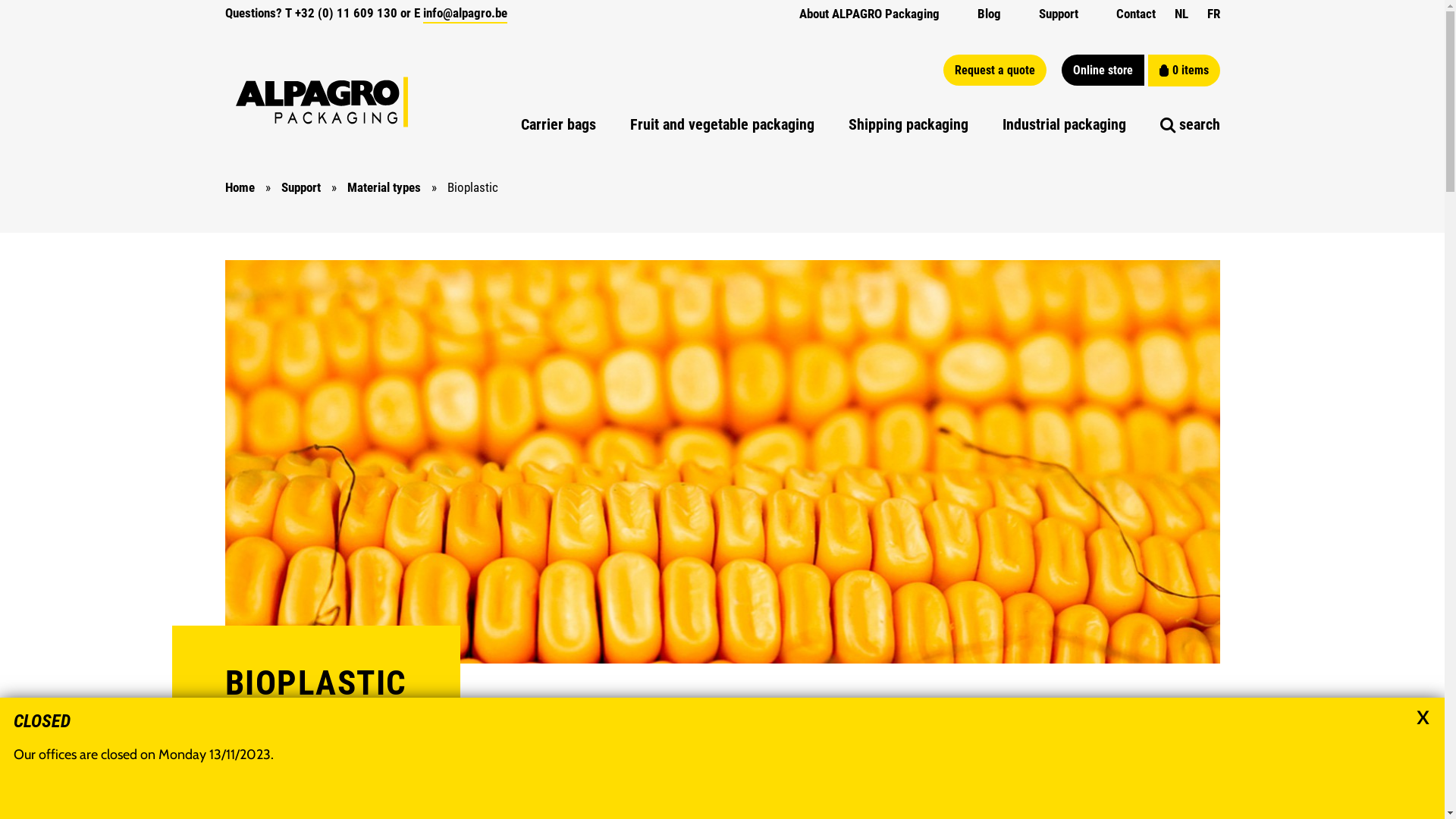 The image size is (1456, 819). I want to click on 'Fruit and vegetable packaging', so click(720, 124).